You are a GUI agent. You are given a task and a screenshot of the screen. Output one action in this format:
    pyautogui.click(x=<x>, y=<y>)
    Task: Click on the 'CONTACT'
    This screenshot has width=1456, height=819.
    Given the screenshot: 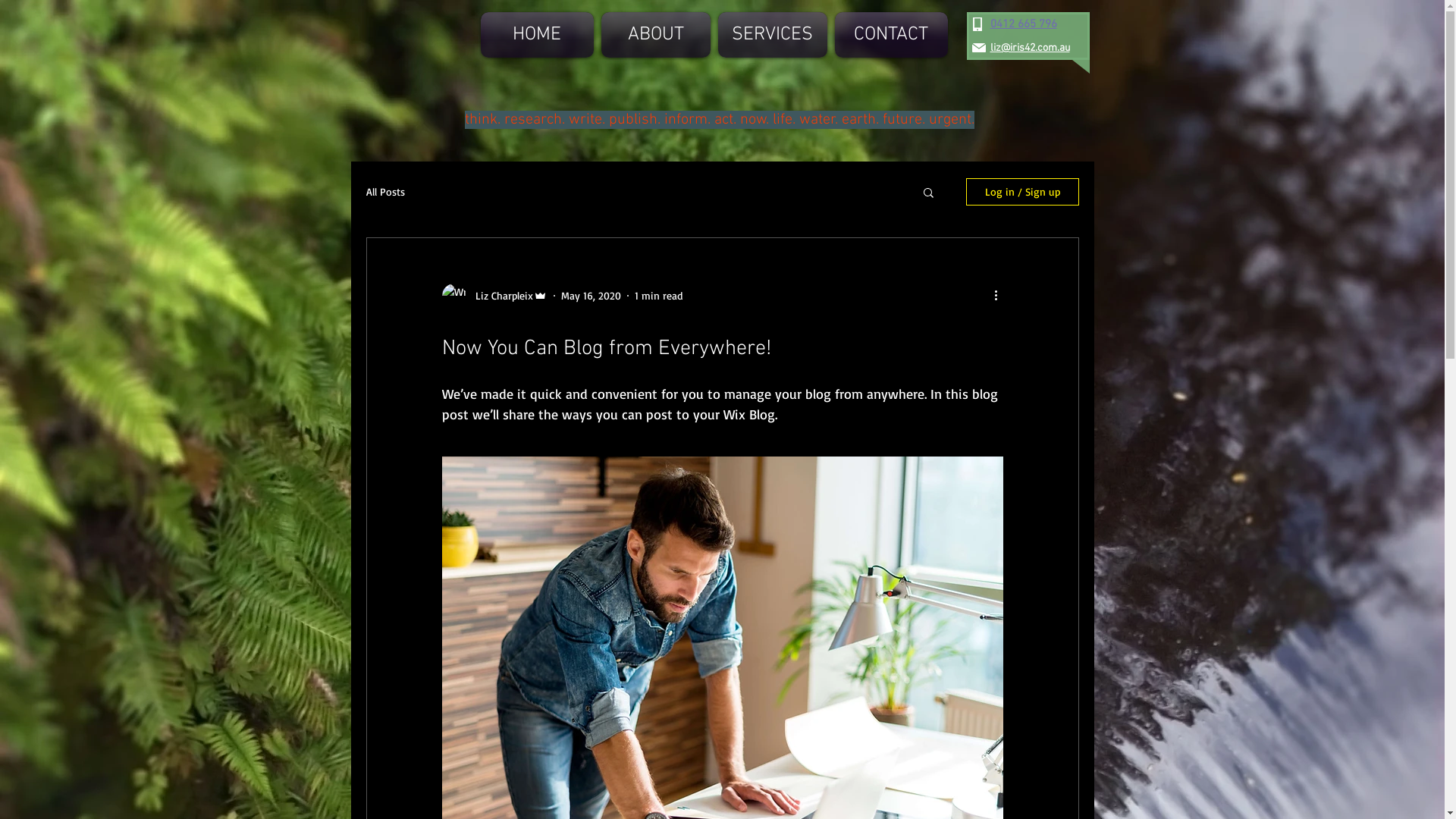 What is the action you would take?
    pyautogui.click(x=889, y=34)
    